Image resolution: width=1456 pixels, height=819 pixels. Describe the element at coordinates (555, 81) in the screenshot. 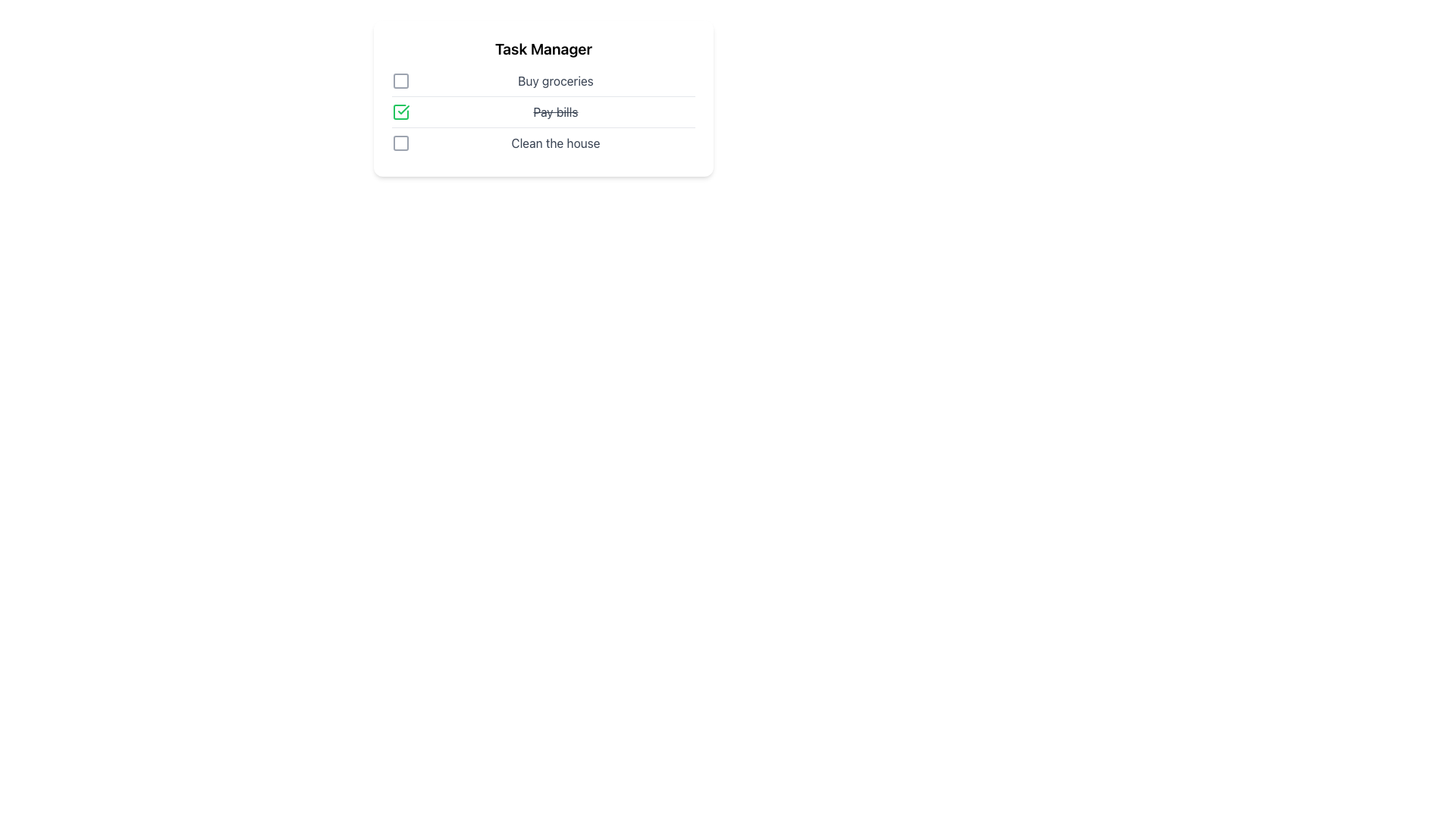

I see `the 'Buy groceries' text label to possibly edit the text` at that location.